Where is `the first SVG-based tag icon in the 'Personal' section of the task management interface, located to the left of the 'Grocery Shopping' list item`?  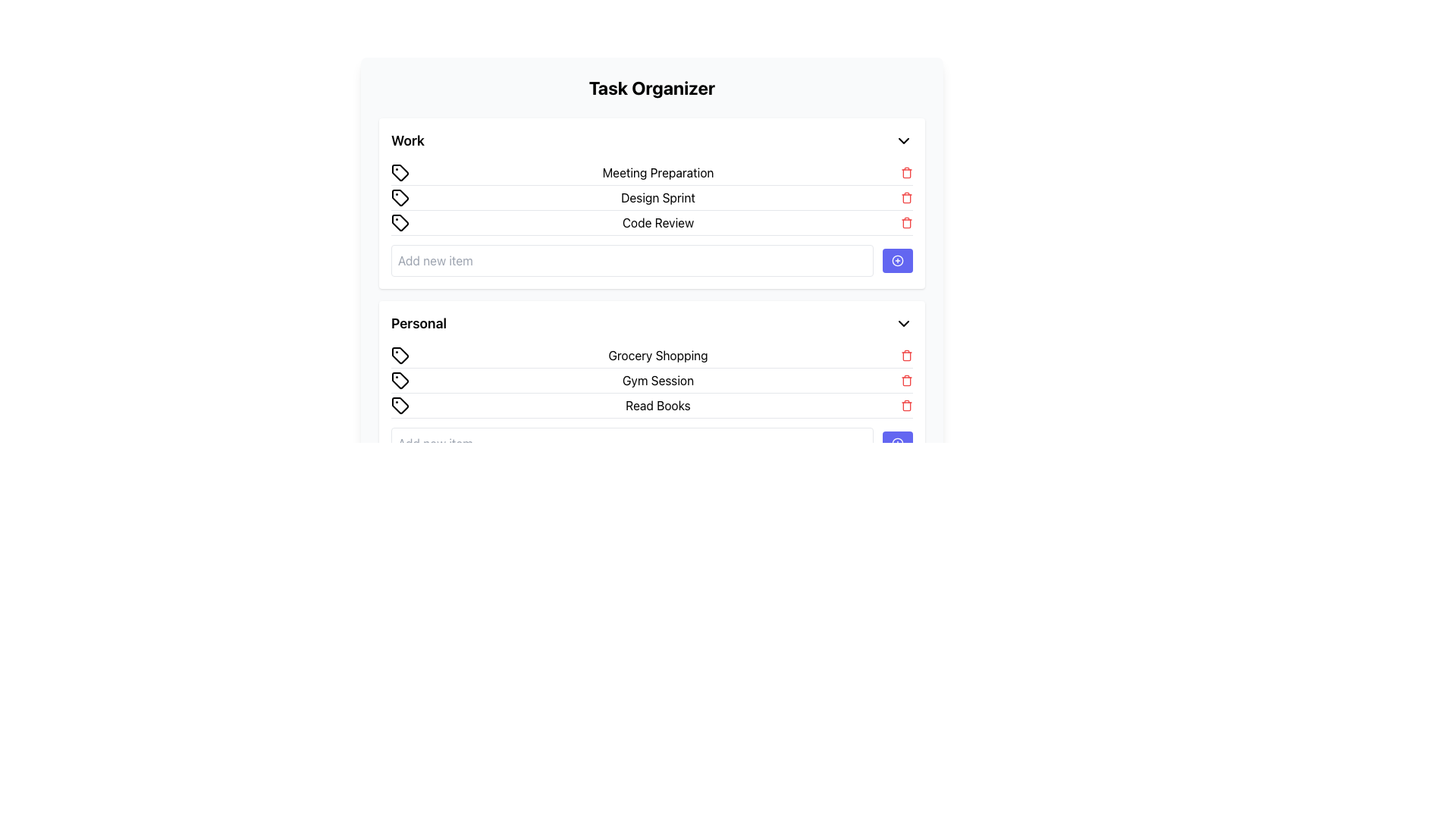 the first SVG-based tag icon in the 'Personal' section of the task management interface, located to the left of the 'Grocery Shopping' list item is located at coordinates (400, 356).